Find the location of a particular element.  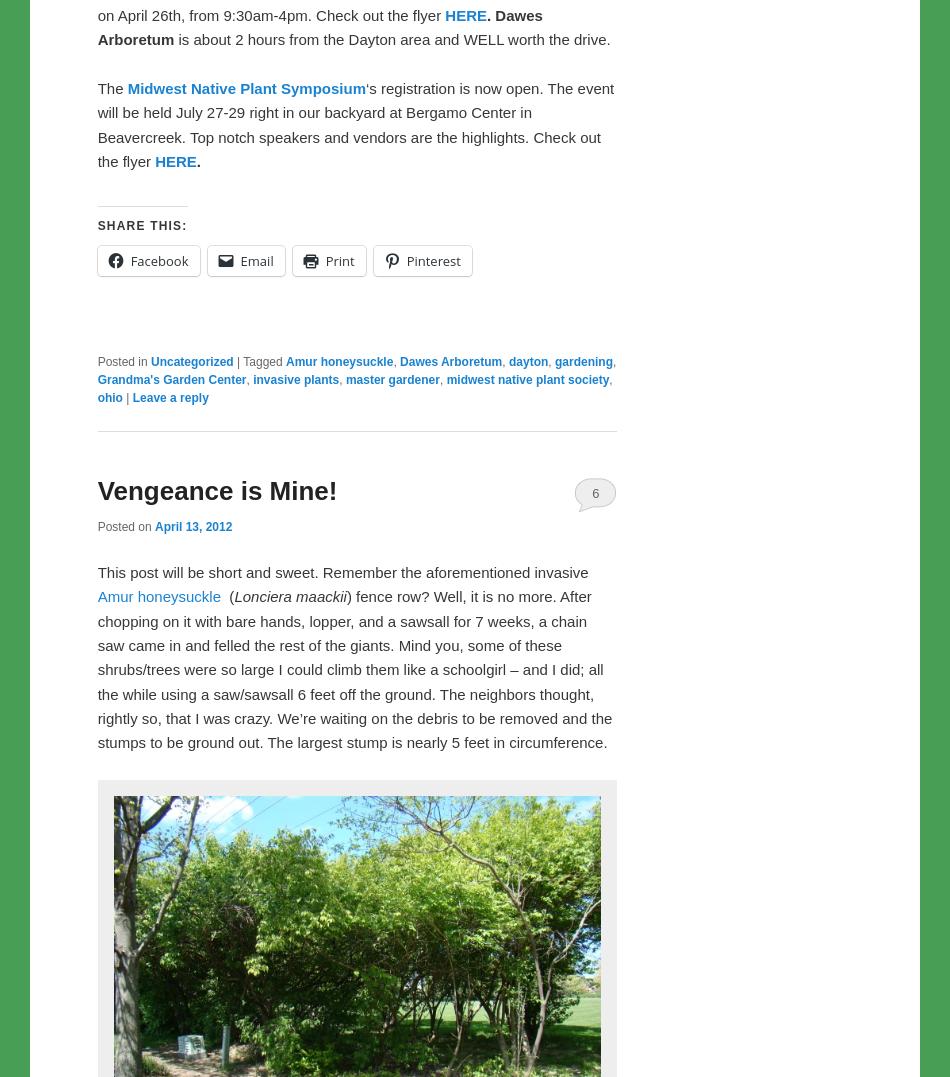

'The' is located at coordinates (112, 87).